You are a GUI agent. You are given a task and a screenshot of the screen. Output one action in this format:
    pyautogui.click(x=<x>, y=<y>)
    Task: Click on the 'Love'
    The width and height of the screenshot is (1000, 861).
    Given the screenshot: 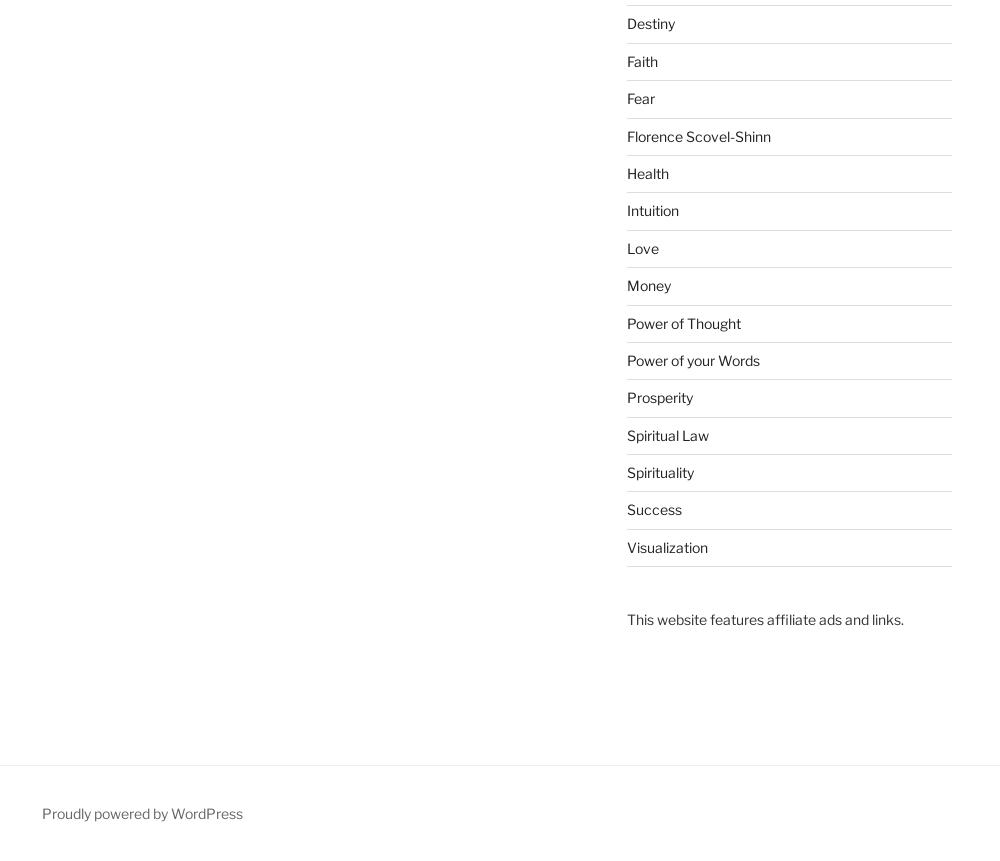 What is the action you would take?
    pyautogui.click(x=642, y=247)
    